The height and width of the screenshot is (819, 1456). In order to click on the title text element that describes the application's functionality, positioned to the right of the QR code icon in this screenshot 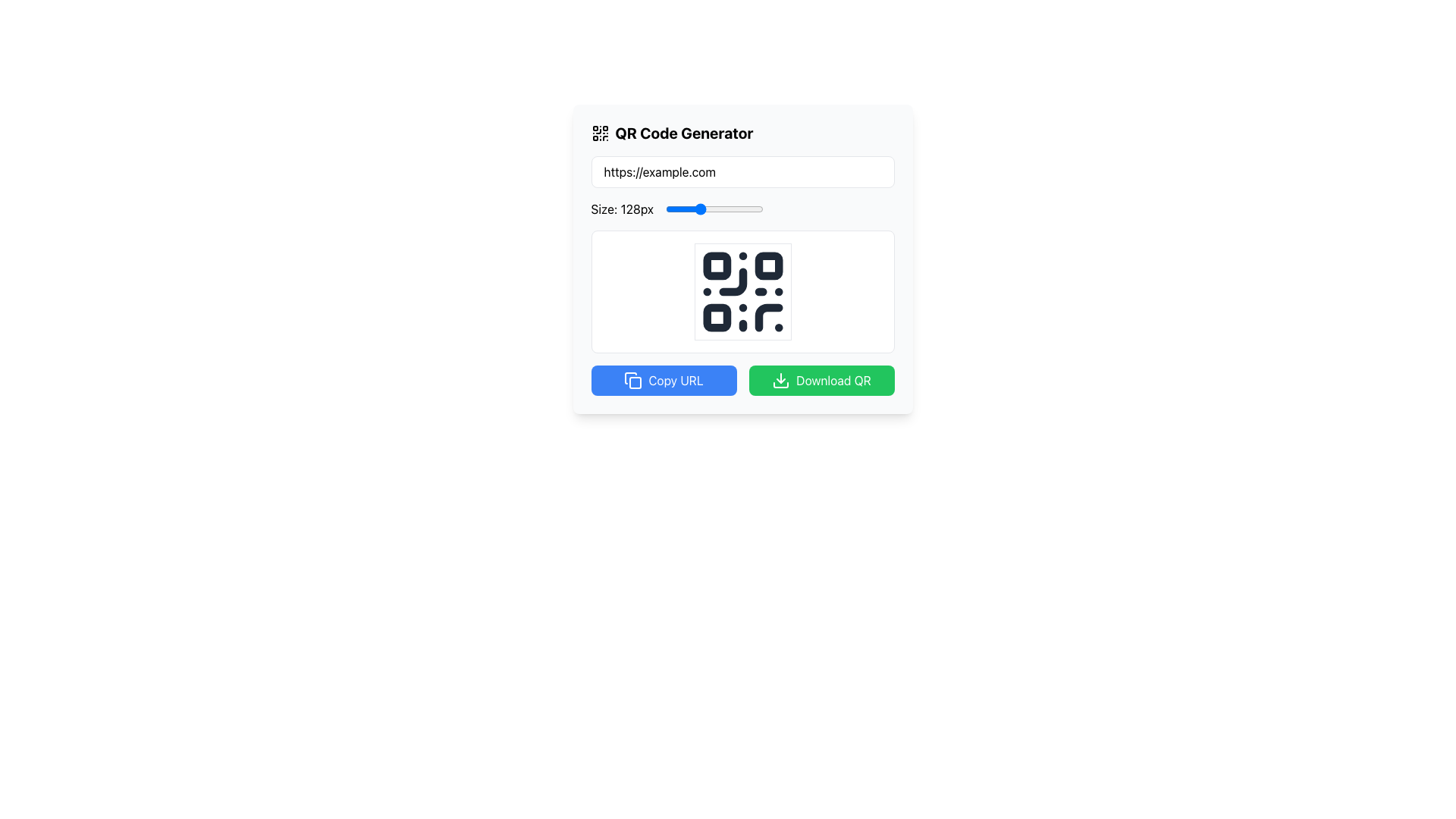, I will do `click(683, 133)`.